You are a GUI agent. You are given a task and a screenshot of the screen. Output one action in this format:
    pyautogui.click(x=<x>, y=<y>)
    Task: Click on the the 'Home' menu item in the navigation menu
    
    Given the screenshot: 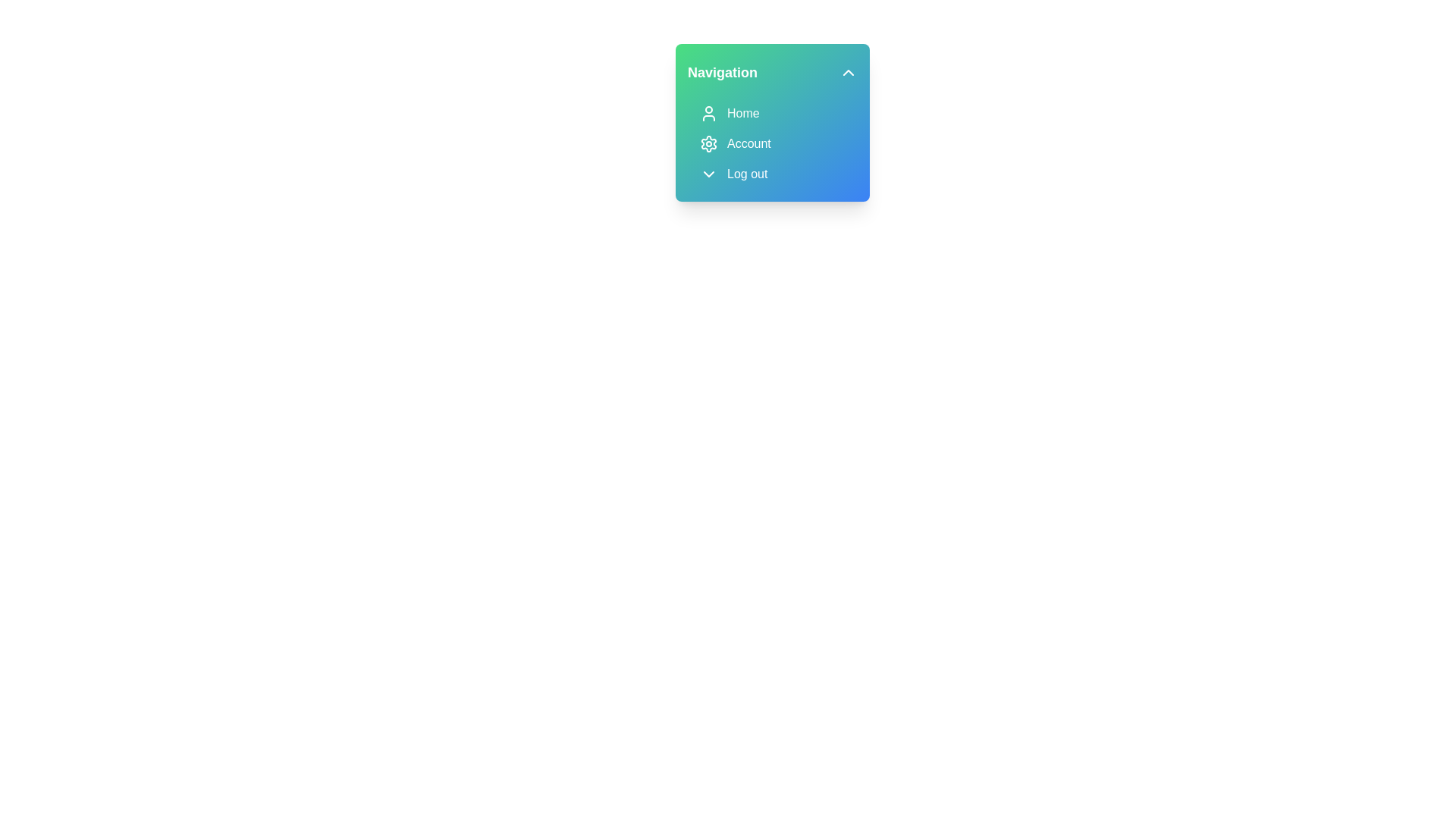 What is the action you would take?
    pyautogui.click(x=772, y=113)
    